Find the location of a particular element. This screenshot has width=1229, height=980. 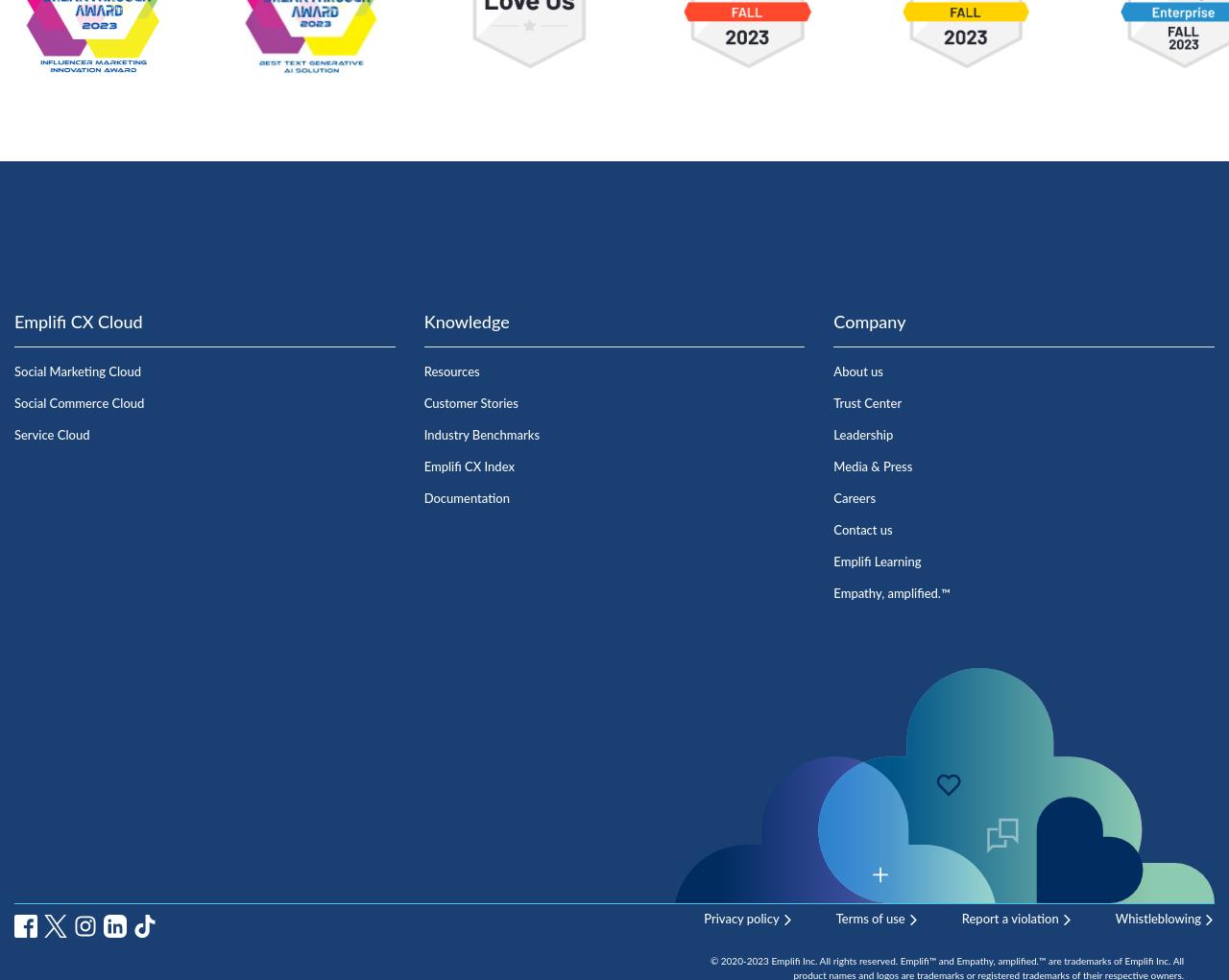

'Trust Center' is located at coordinates (866, 402).